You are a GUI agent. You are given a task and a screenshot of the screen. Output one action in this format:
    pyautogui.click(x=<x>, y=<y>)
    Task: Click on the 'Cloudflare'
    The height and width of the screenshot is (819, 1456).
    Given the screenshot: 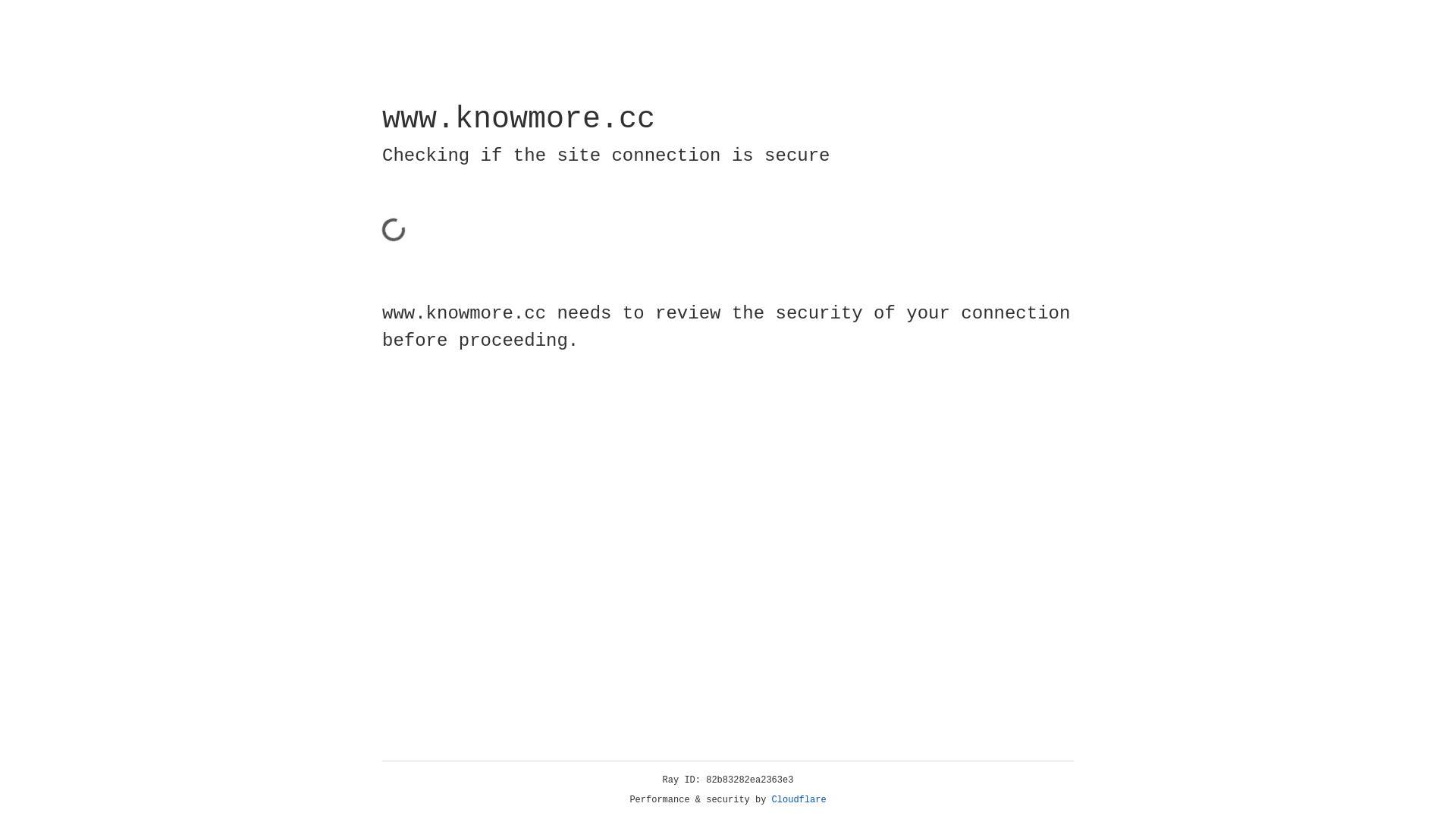 What is the action you would take?
    pyautogui.click(x=771, y=799)
    